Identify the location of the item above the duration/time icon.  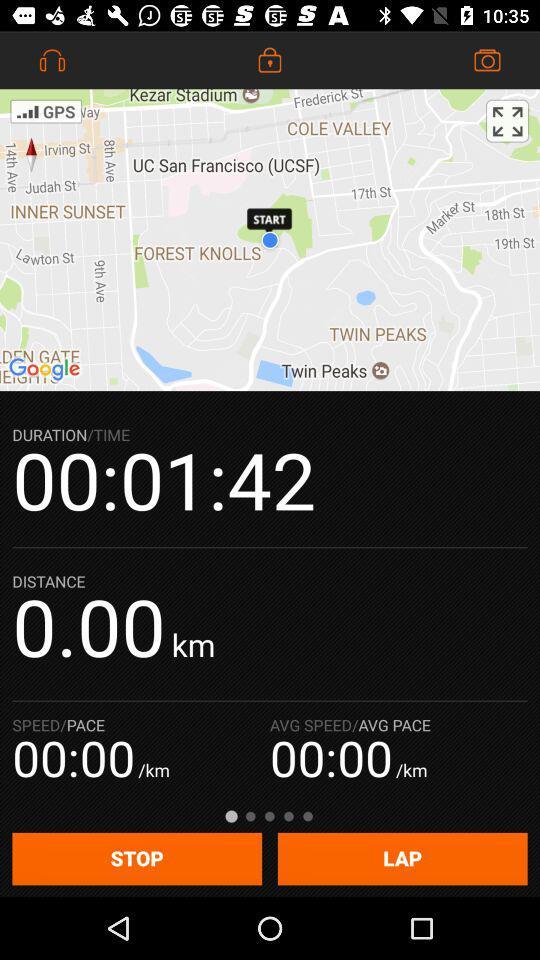
(270, 240).